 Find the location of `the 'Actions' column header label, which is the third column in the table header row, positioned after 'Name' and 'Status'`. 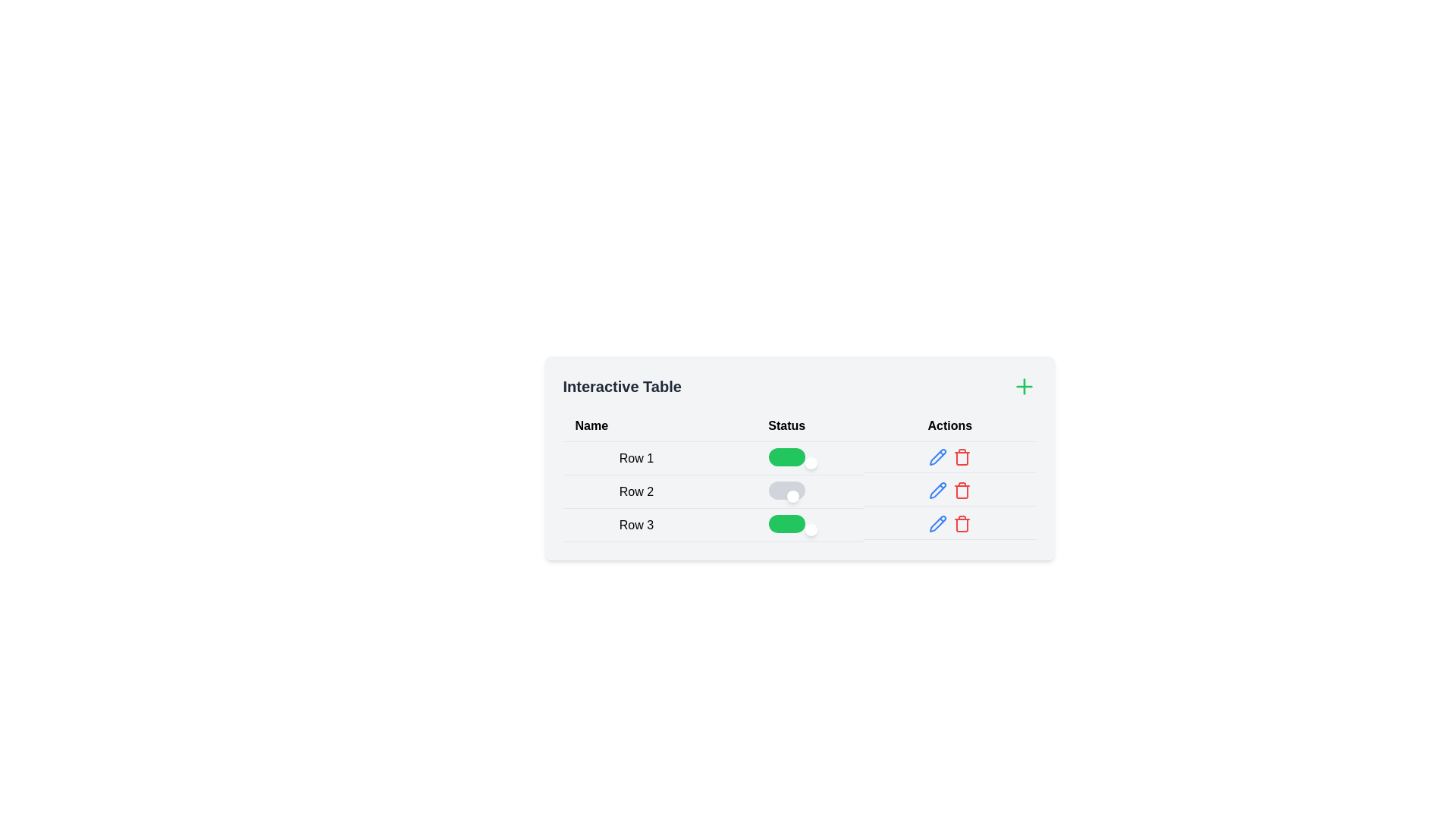

the 'Actions' column header label, which is the third column in the table header row, positioned after 'Name' and 'Status' is located at coordinates (949, 426).